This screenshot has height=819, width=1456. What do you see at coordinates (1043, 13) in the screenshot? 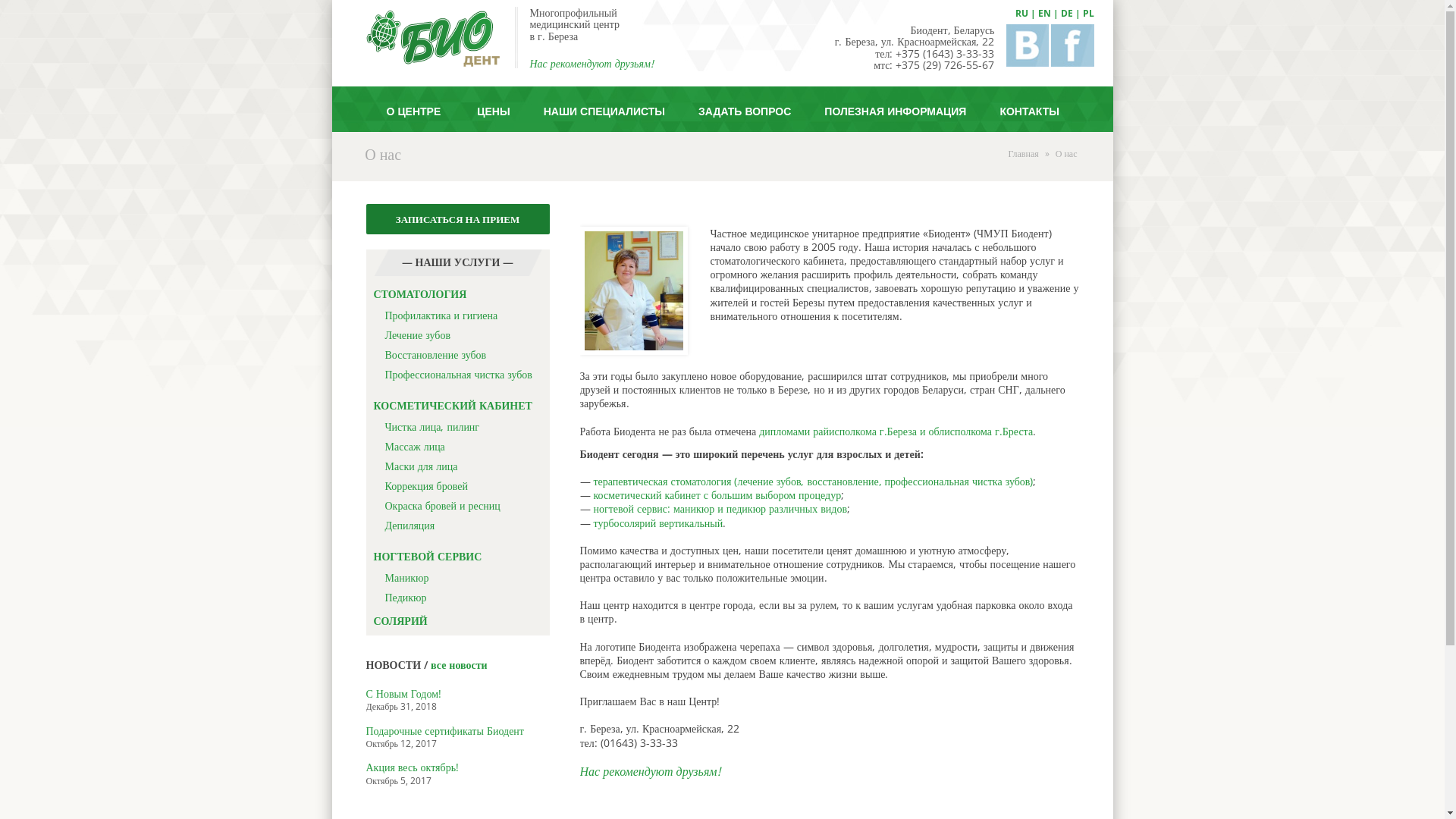
I see `'EN'` at bounding box center [1043, 13].